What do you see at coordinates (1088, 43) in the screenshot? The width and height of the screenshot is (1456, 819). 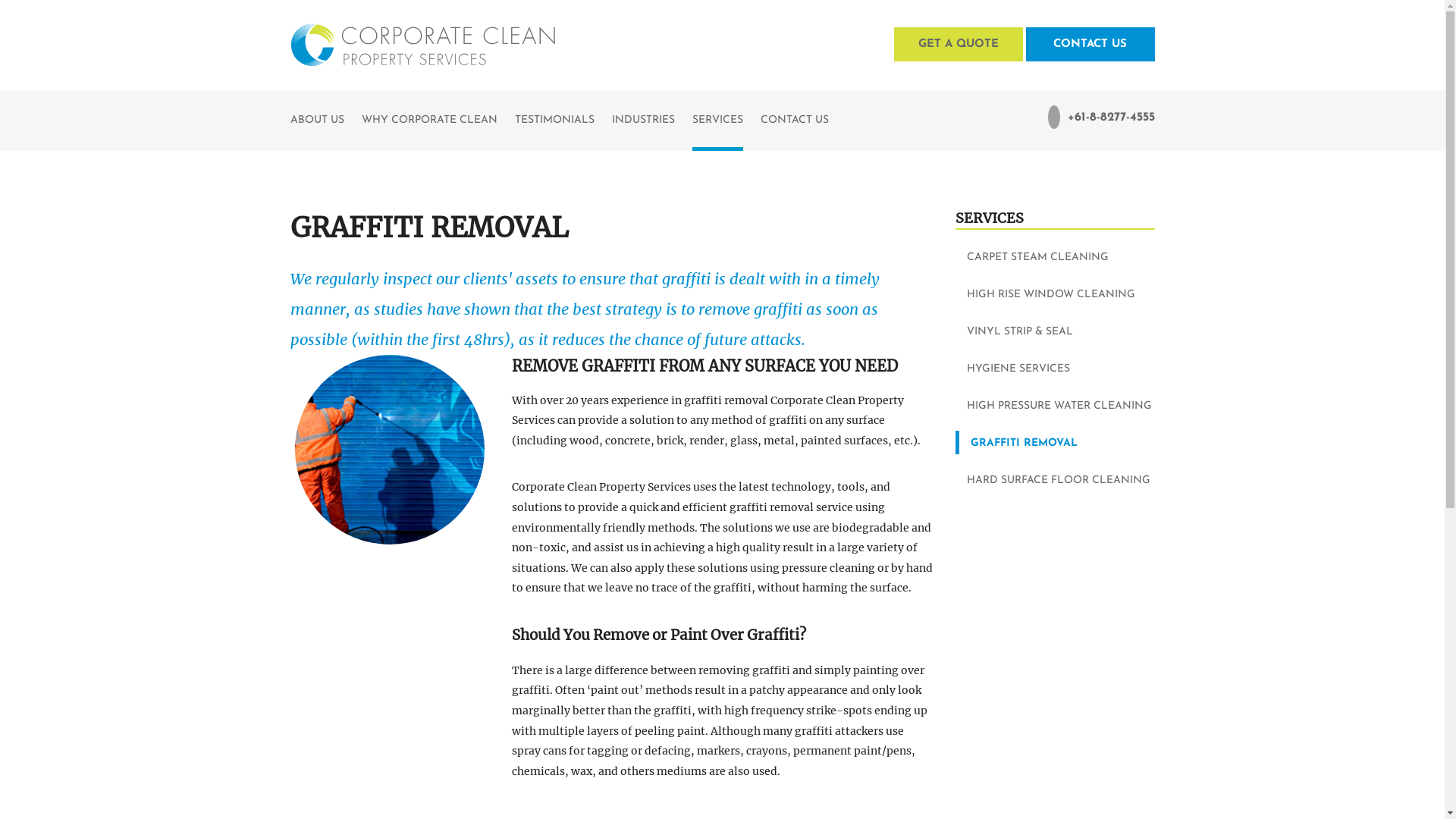 I see `'CONTACT US'` at bounding box center [1088, 43].